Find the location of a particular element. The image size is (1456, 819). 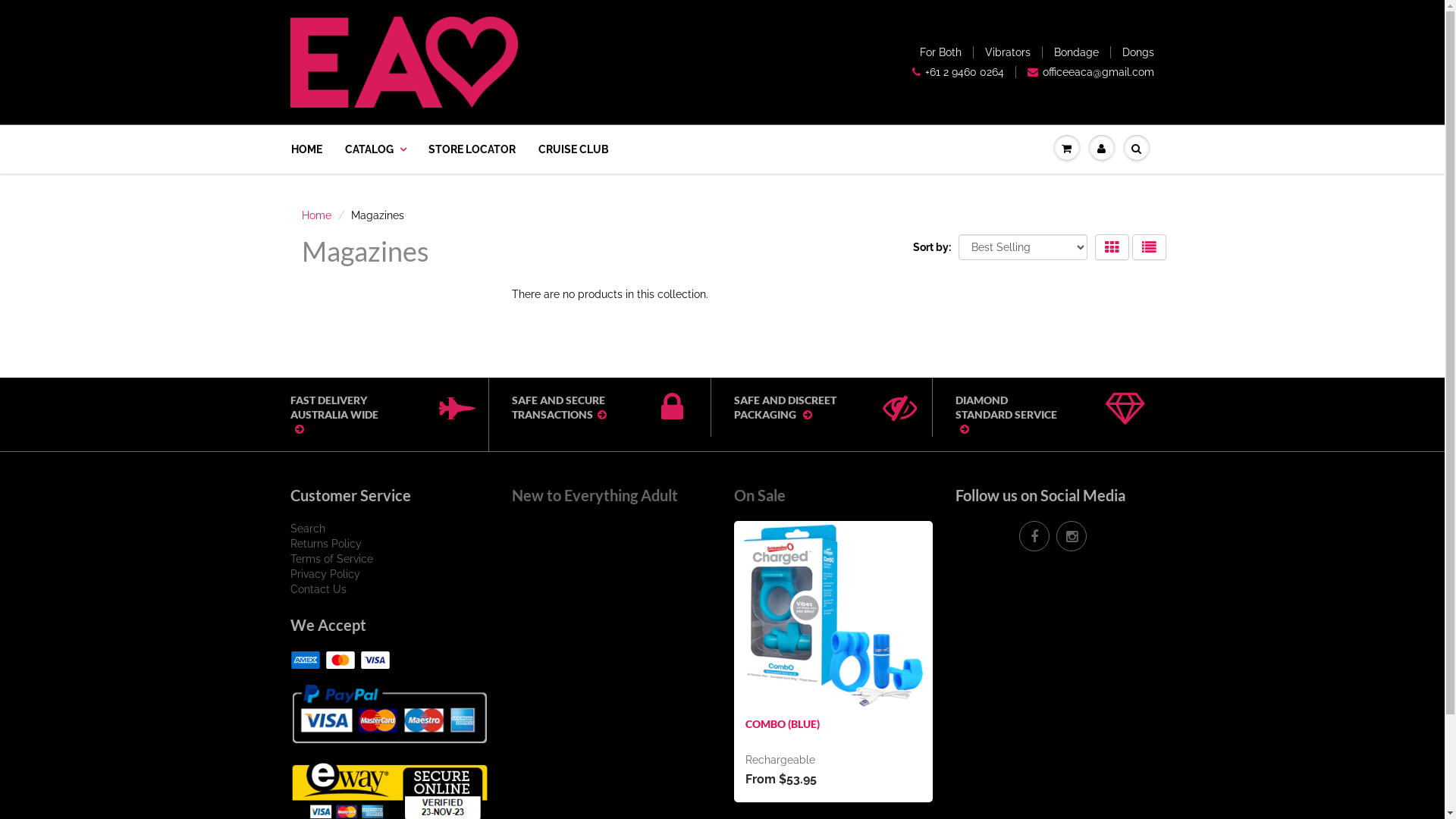

'+61 2 9460 0264' is located at coordinates (912, 72).